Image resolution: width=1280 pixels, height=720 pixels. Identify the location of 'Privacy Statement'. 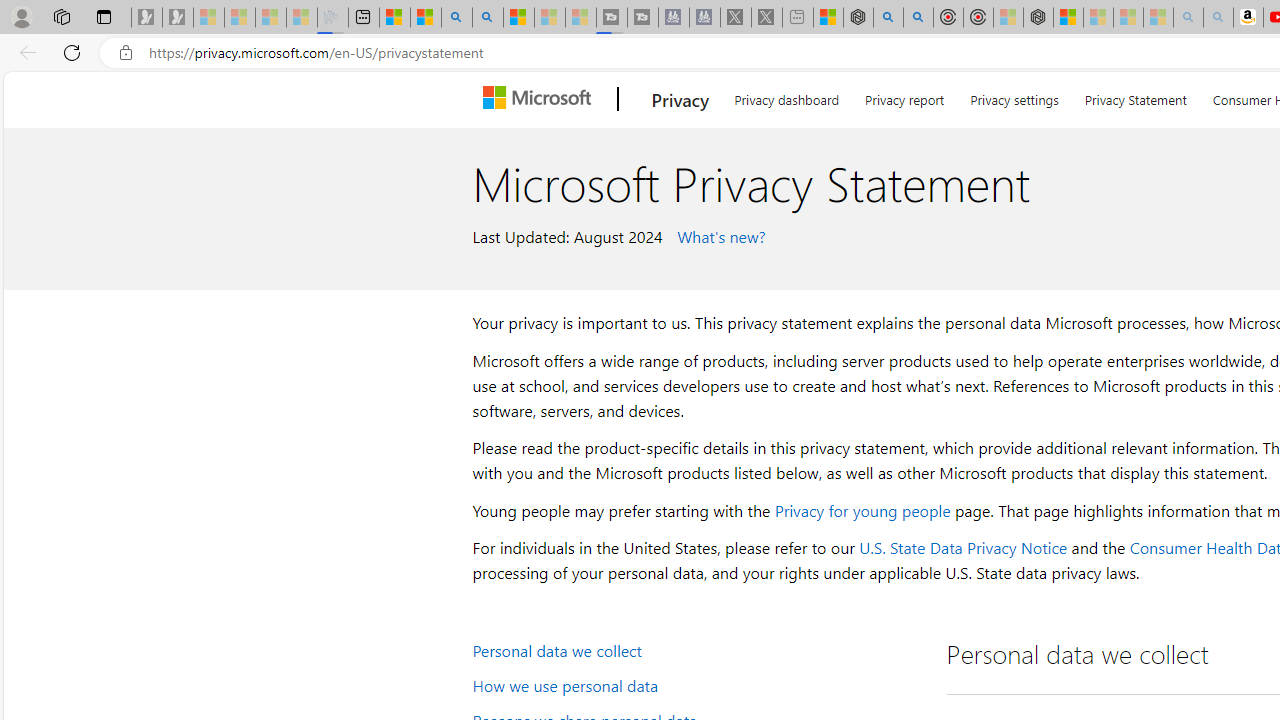
(1136, 96).